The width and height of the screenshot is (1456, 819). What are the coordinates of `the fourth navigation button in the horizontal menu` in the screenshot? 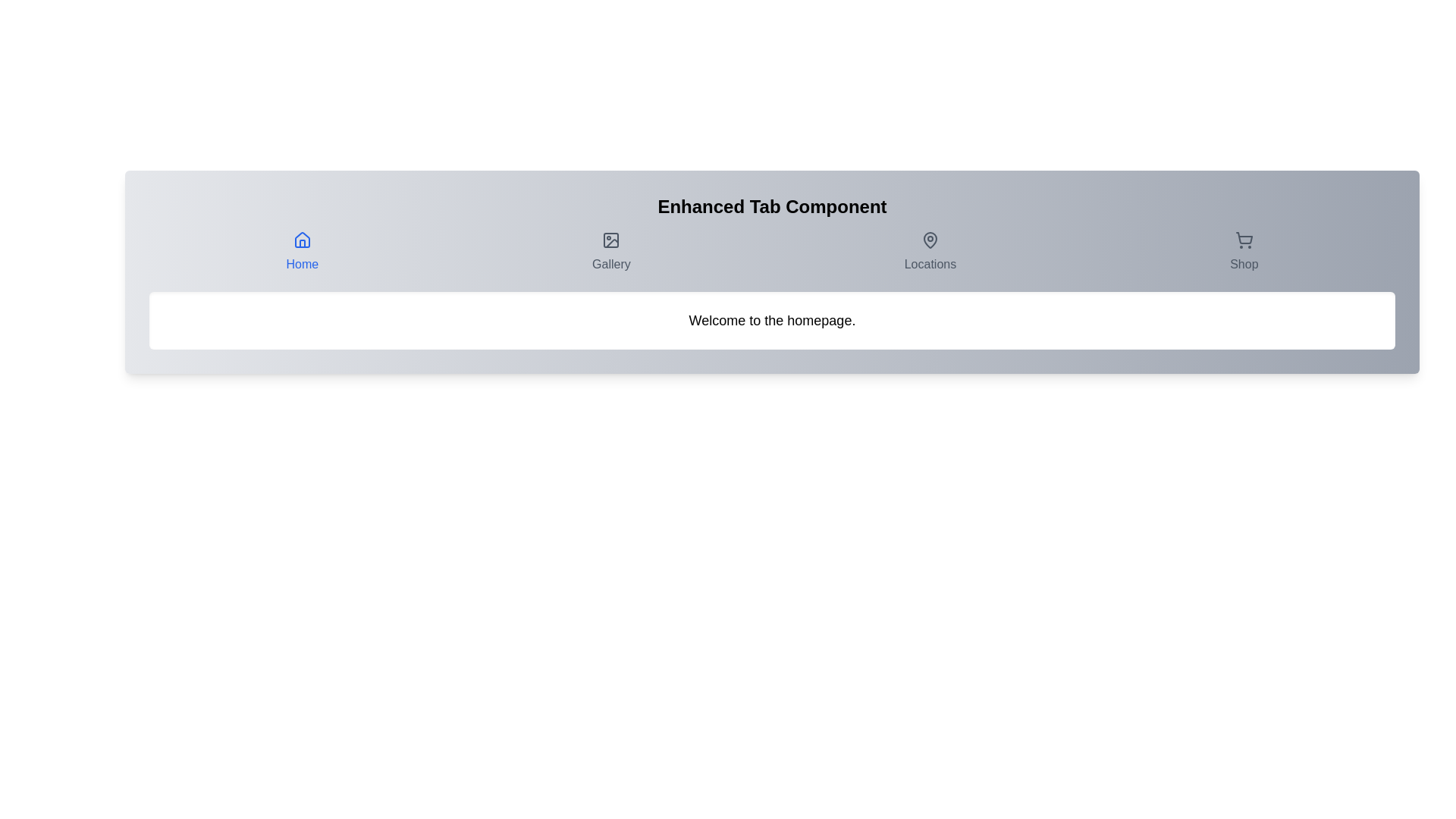 It's located at (1244, 251).